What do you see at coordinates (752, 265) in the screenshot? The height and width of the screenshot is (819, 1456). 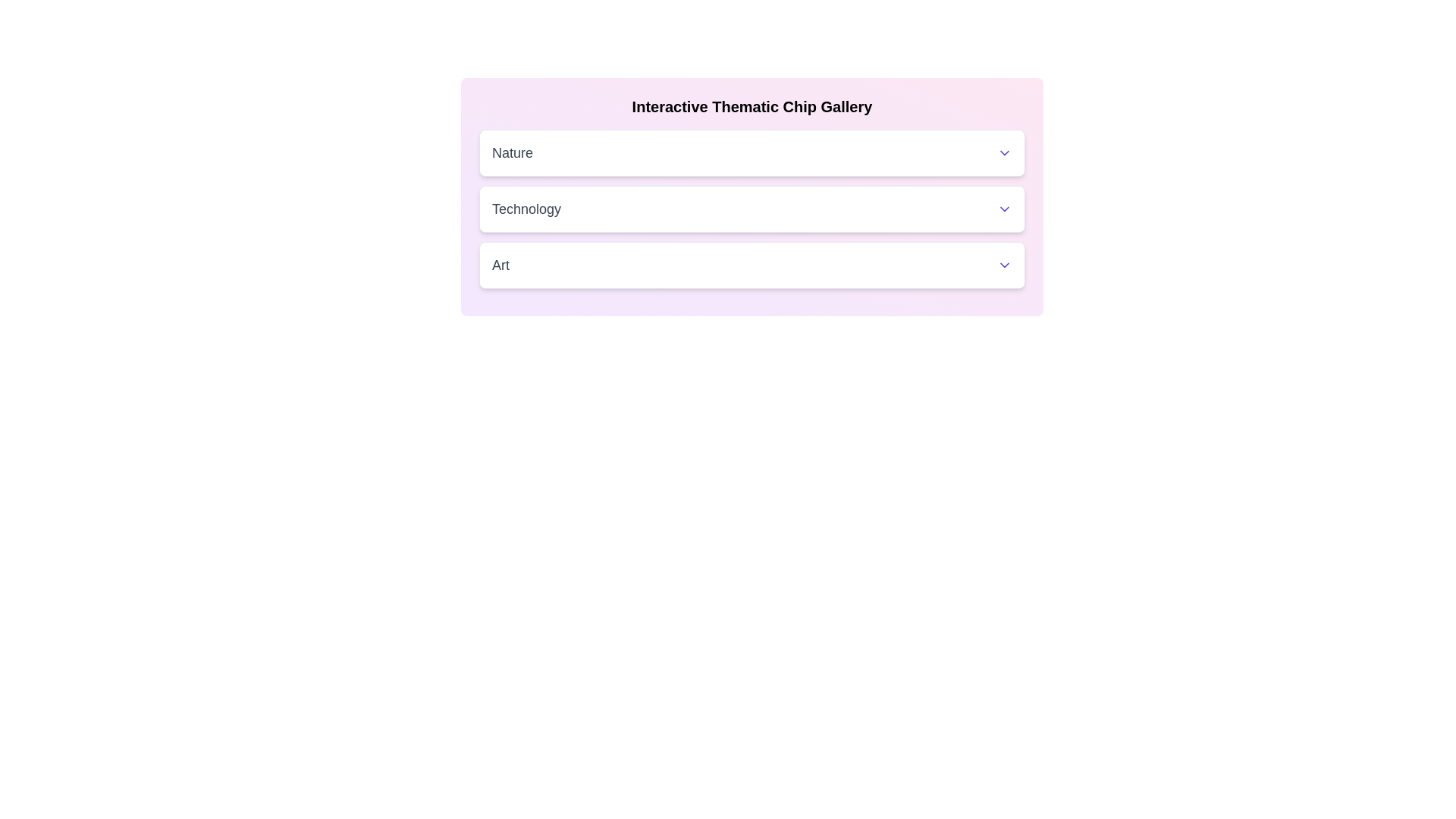 I see `the Art title to expand its section` at bounding box center [752, 265].